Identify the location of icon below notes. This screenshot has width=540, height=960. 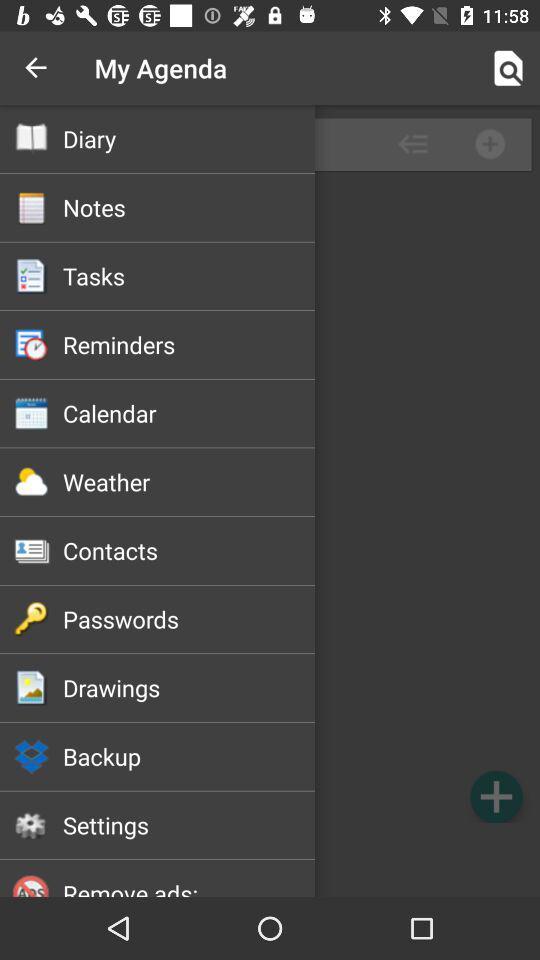
(189, 275).